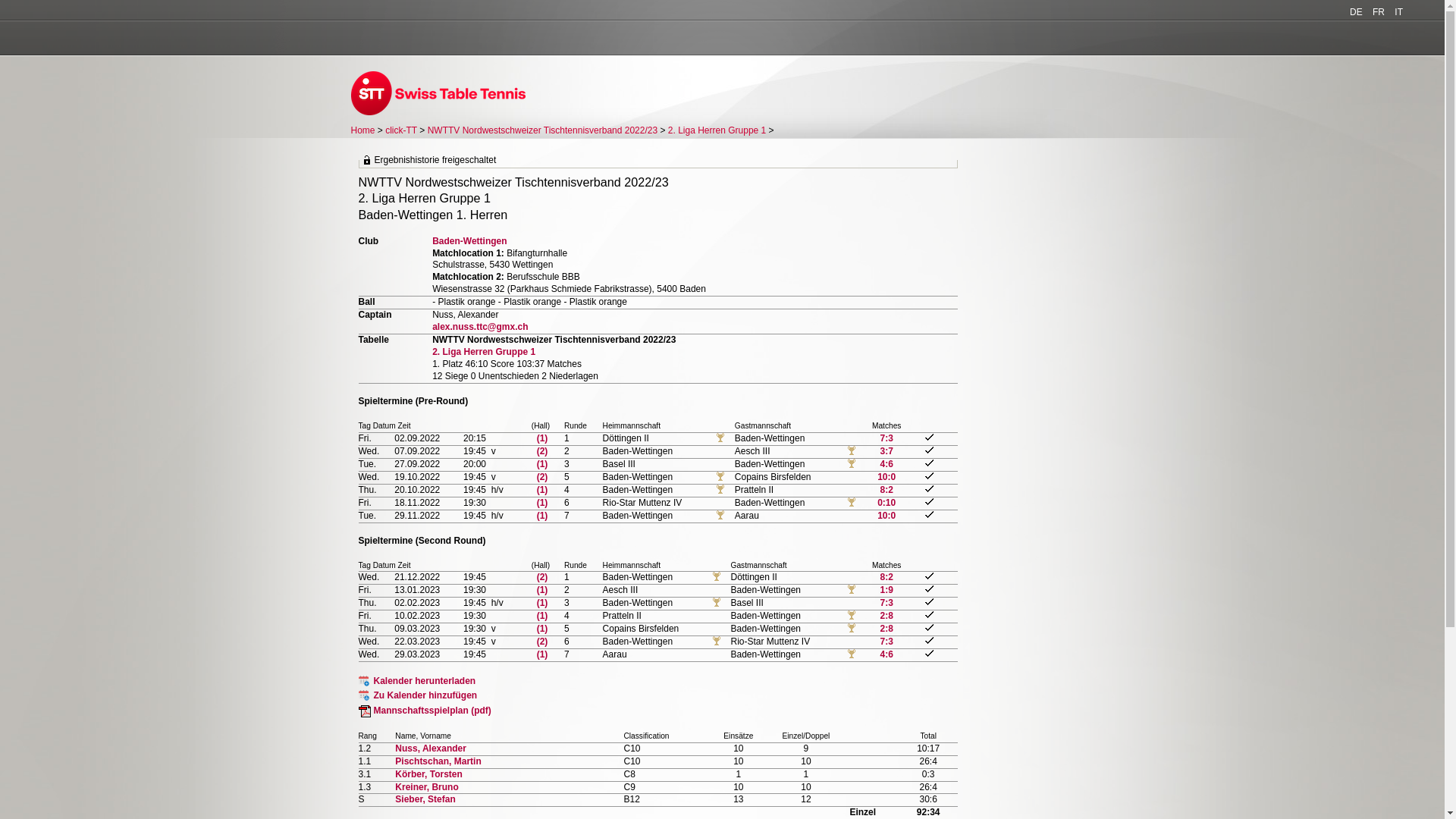  What do you see at coordinates (852, 629) in the screenshot?
I see `'Victory'` at bounding box center [852, 629].